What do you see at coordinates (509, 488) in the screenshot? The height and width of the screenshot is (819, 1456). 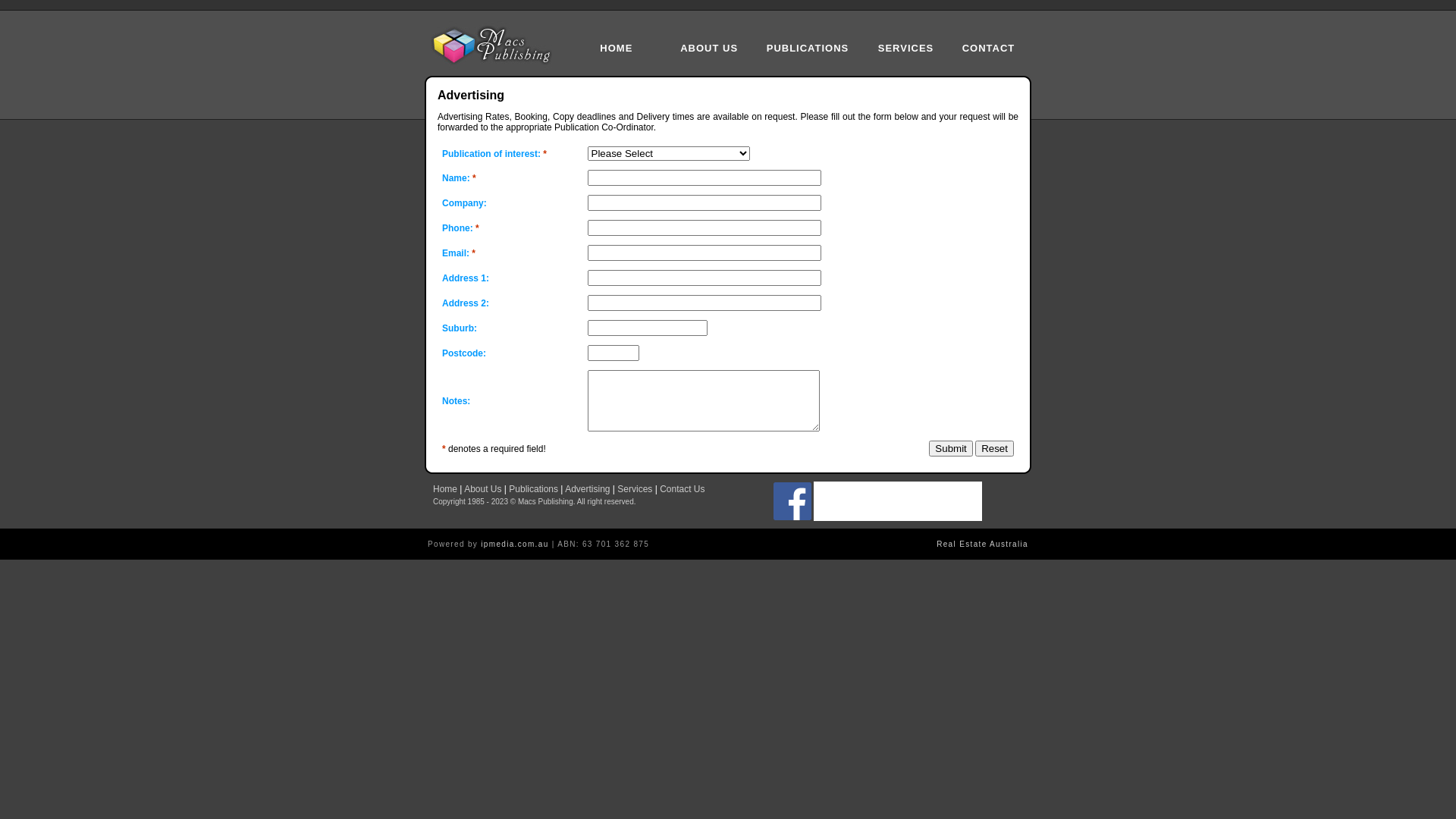 I see `'Publications'` at bounding box center [509, 488].